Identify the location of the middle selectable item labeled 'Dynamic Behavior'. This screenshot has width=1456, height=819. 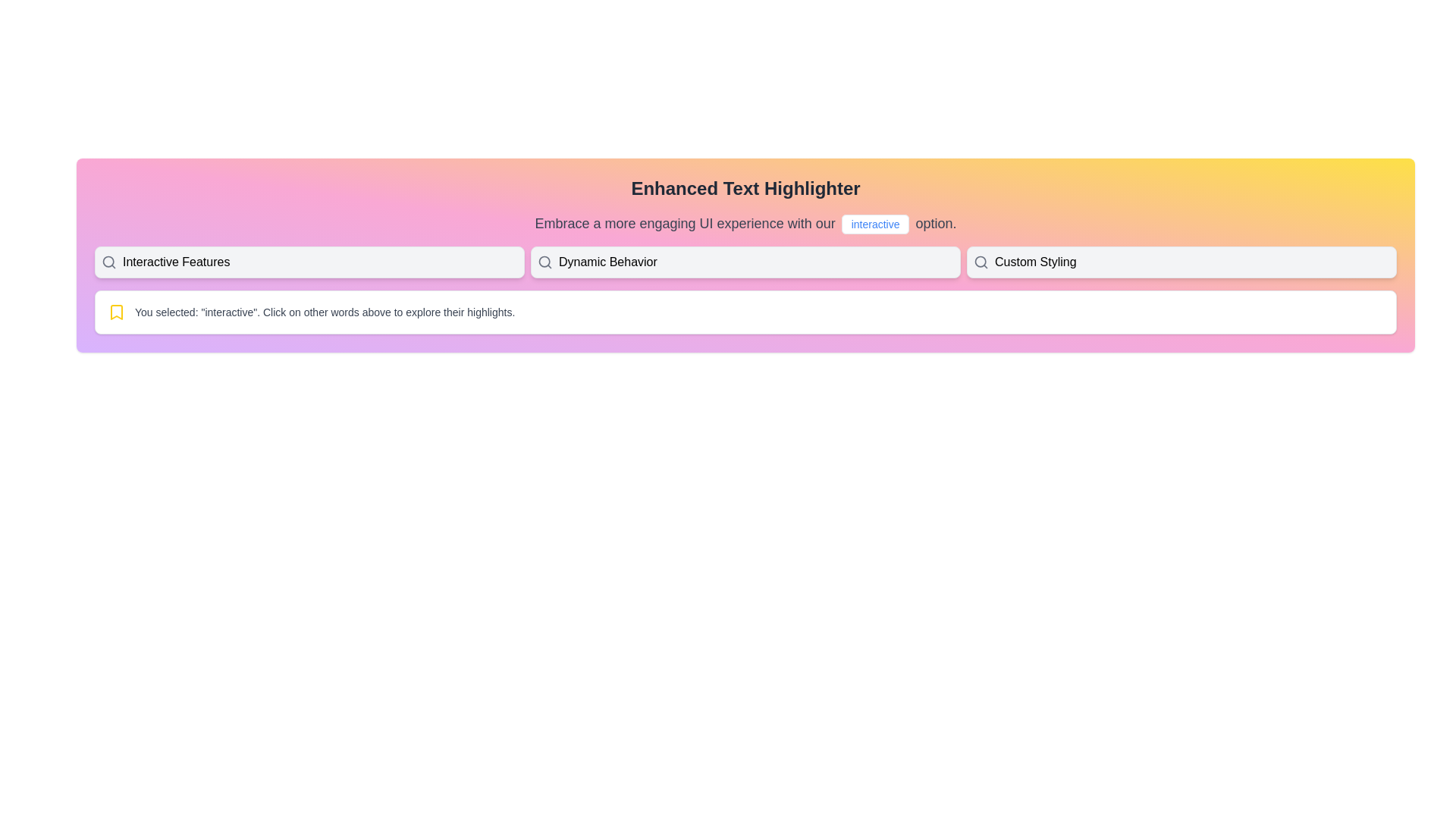
(745, 262).